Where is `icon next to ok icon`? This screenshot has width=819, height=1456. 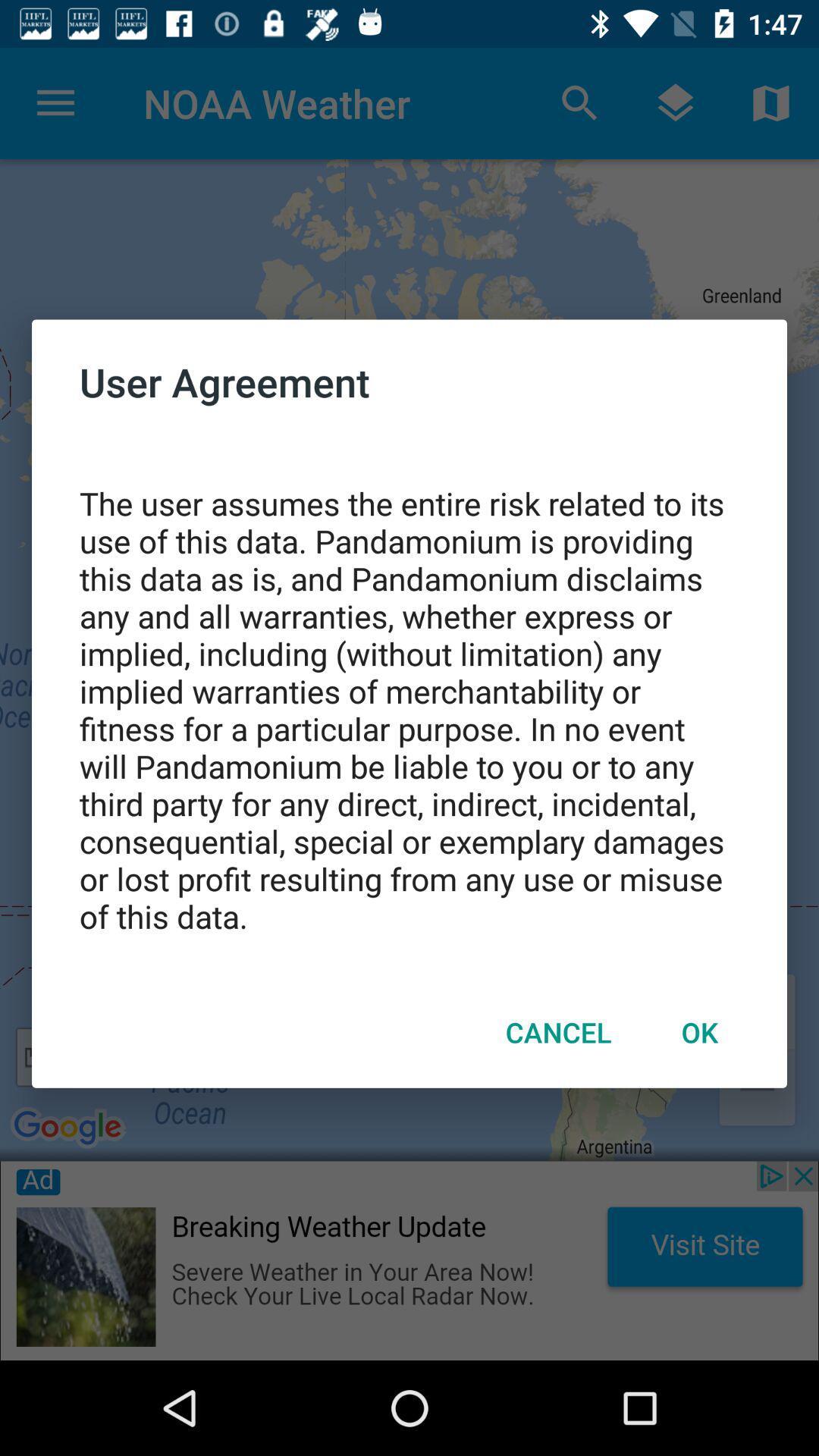 icon next to ok icon is located at coordinates (558, 1031).